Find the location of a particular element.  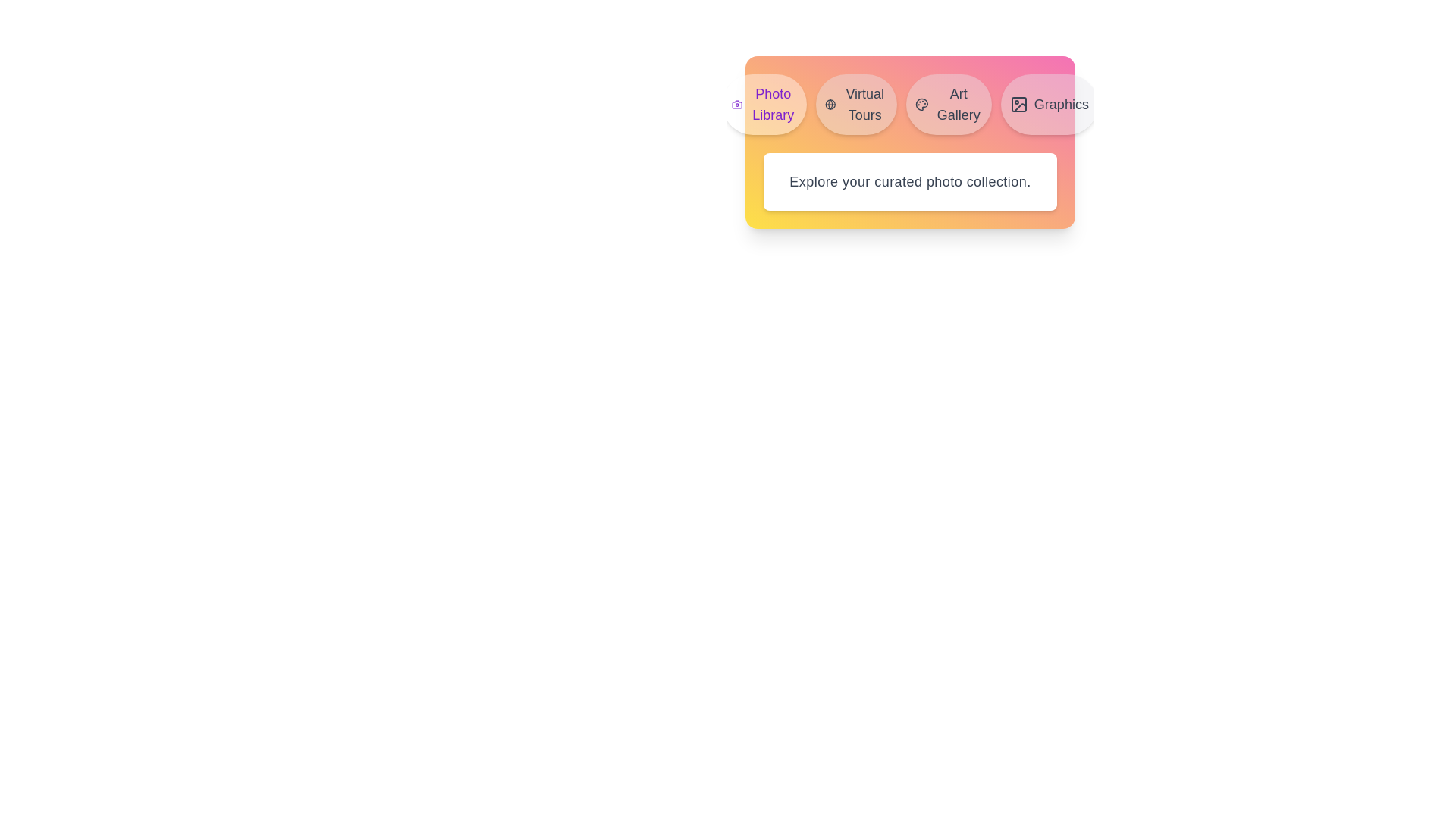

the tab labeled Photo Library in the MediaLibraryTabs component is located at coordinates (764, 104).